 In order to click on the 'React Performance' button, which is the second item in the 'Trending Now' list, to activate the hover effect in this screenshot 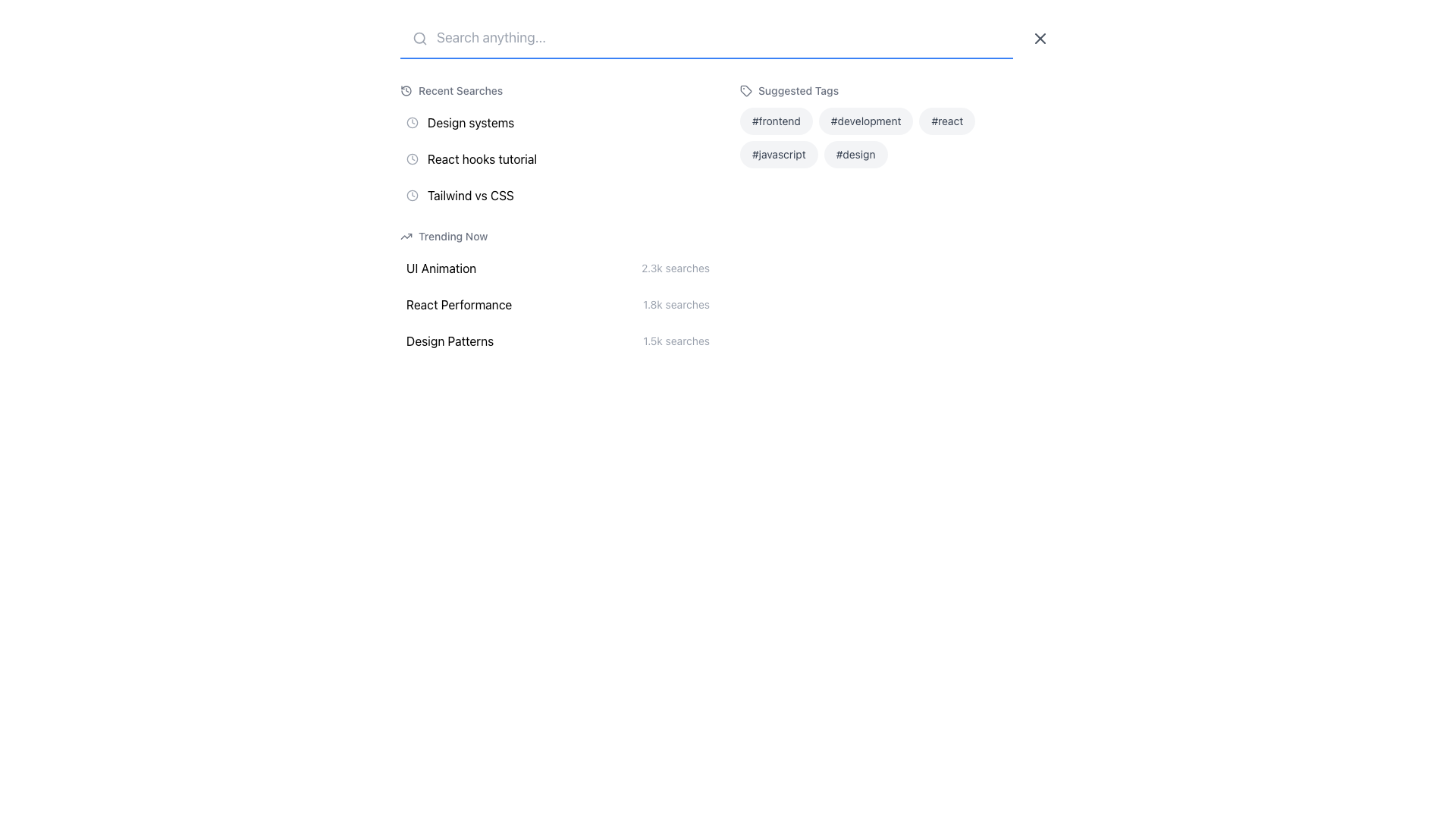, I will do `click(557, 304)`.